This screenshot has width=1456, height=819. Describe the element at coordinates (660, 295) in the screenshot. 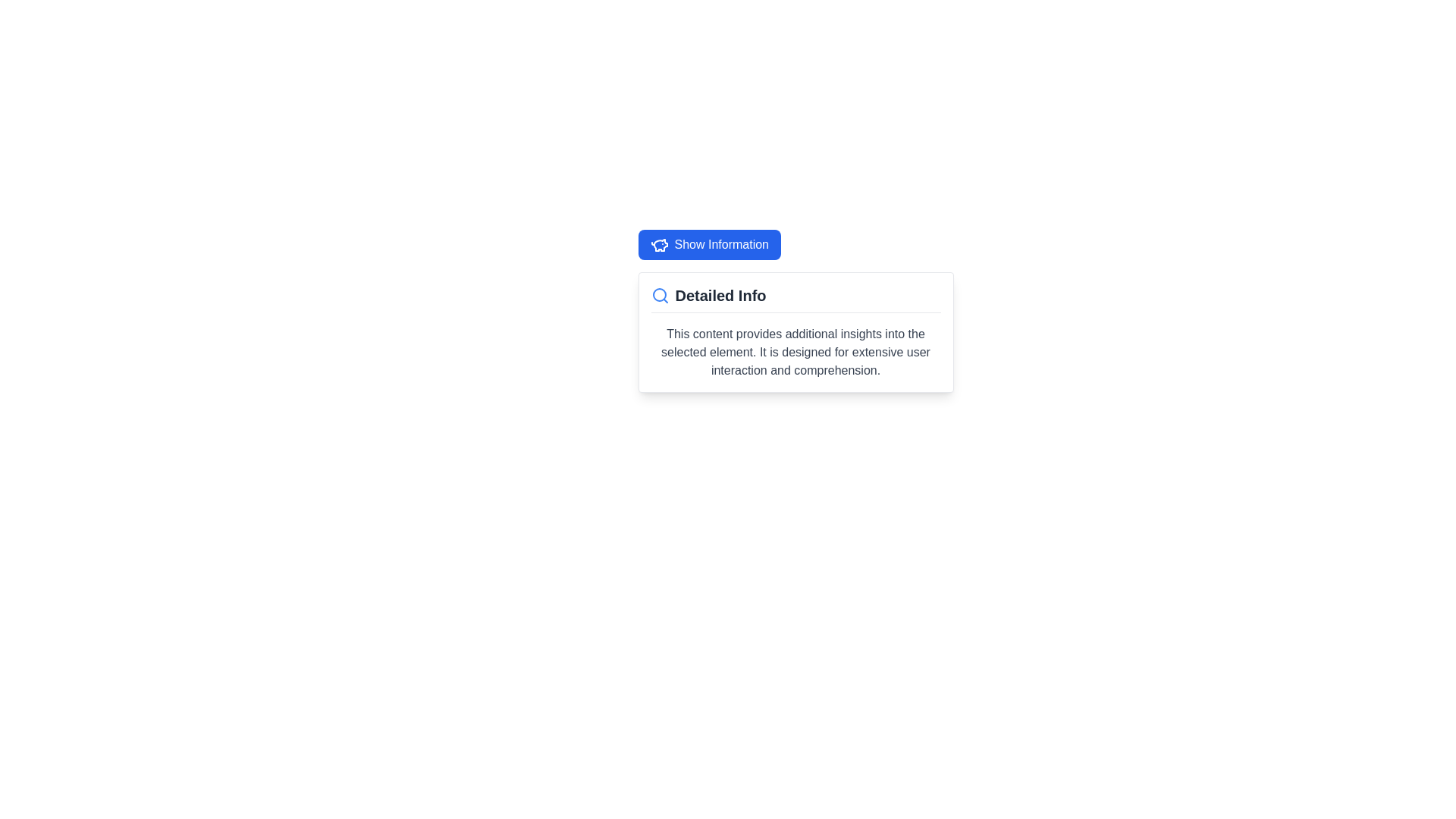

I see `the blue magnifying glass icon located to the left of the 'Detailed Info' text` at that location.